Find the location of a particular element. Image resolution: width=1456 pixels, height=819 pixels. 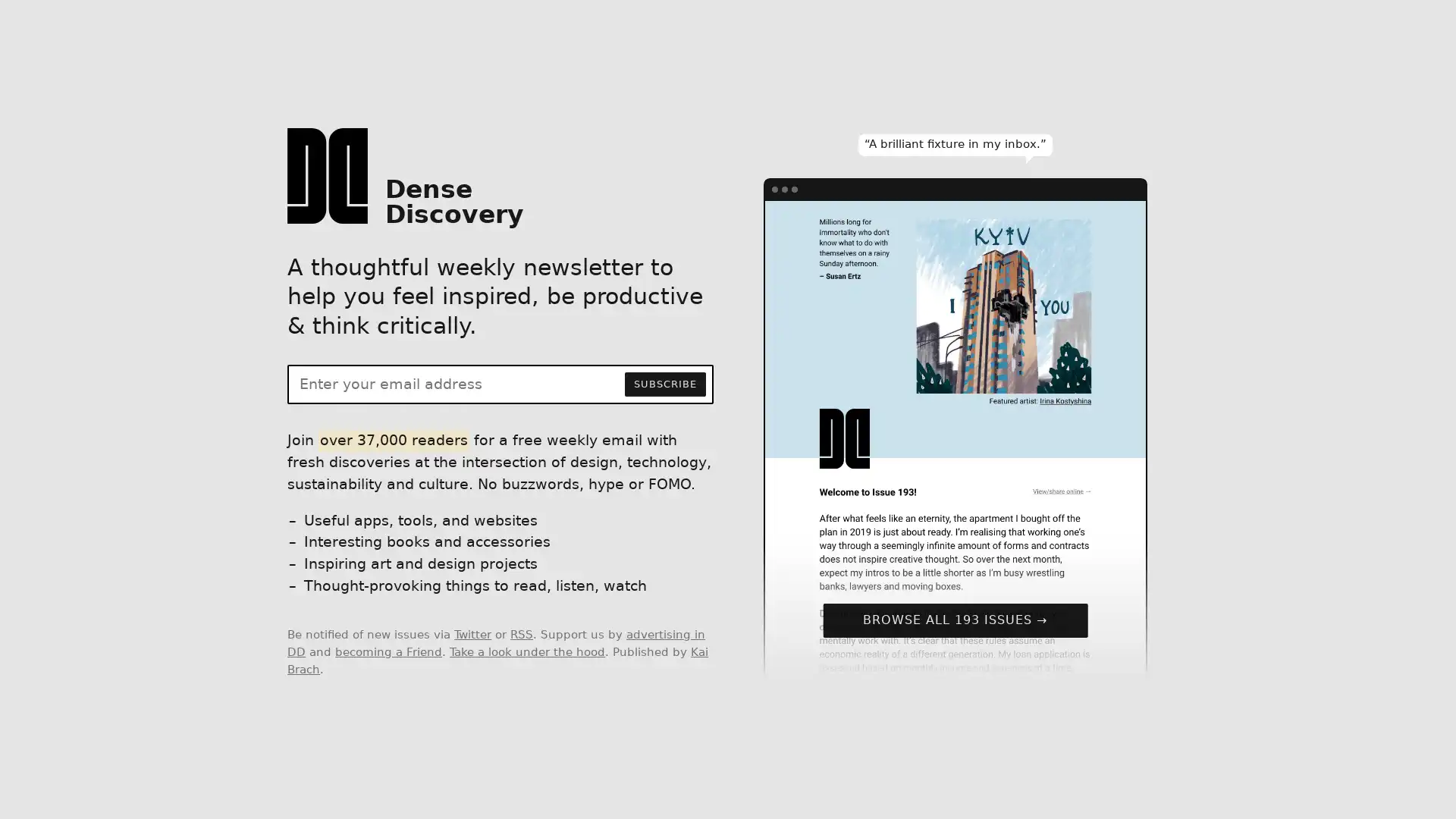

SUBSCRIBE is located at coordinates (665, 382).